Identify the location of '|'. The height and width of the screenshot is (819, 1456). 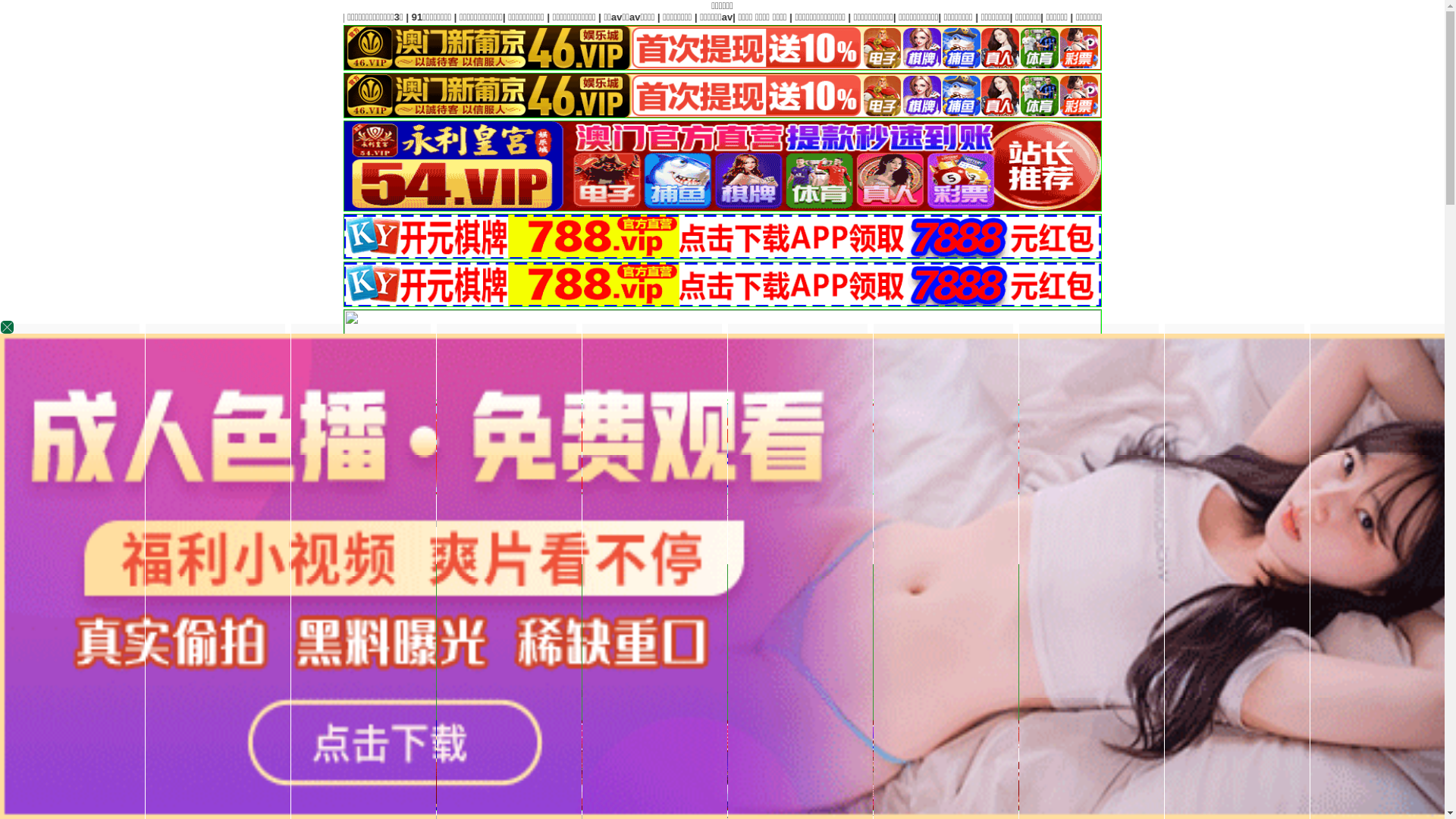
(963, 693).